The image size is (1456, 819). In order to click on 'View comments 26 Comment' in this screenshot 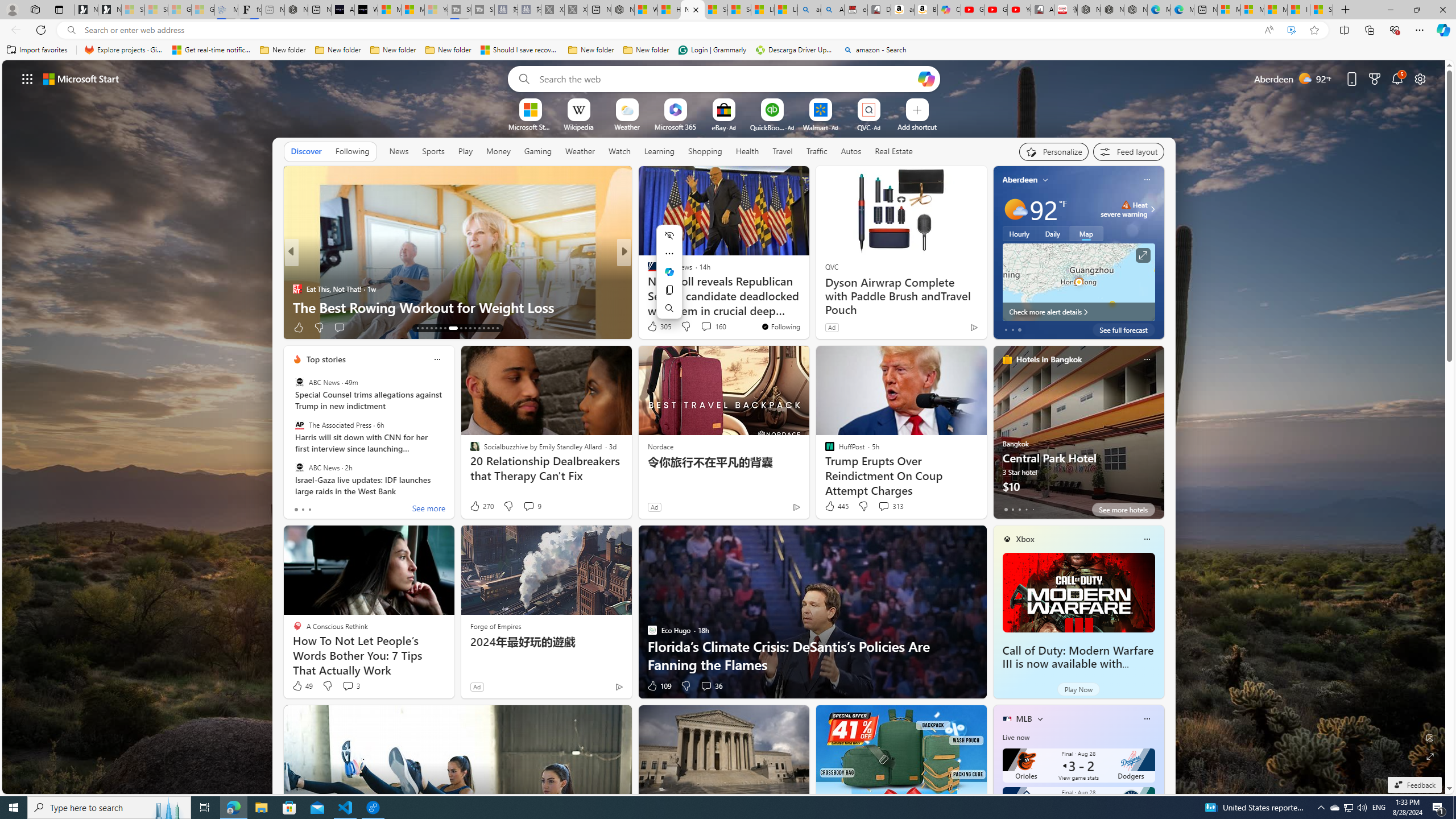, I will do `click(353, 327)`.